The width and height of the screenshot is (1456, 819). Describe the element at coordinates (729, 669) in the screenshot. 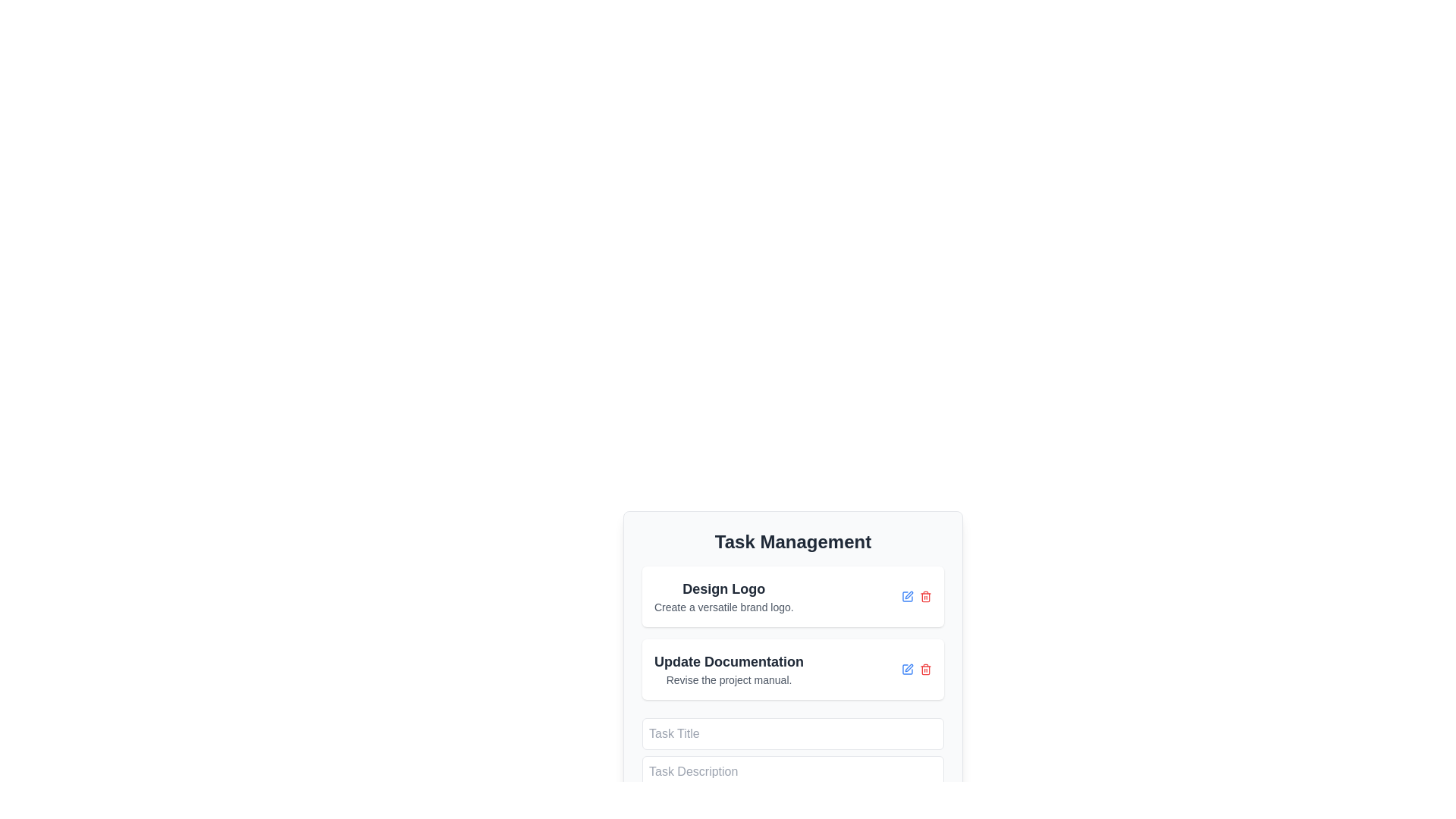

I see `the second task entry card in the 'Task Management' section` at that location.